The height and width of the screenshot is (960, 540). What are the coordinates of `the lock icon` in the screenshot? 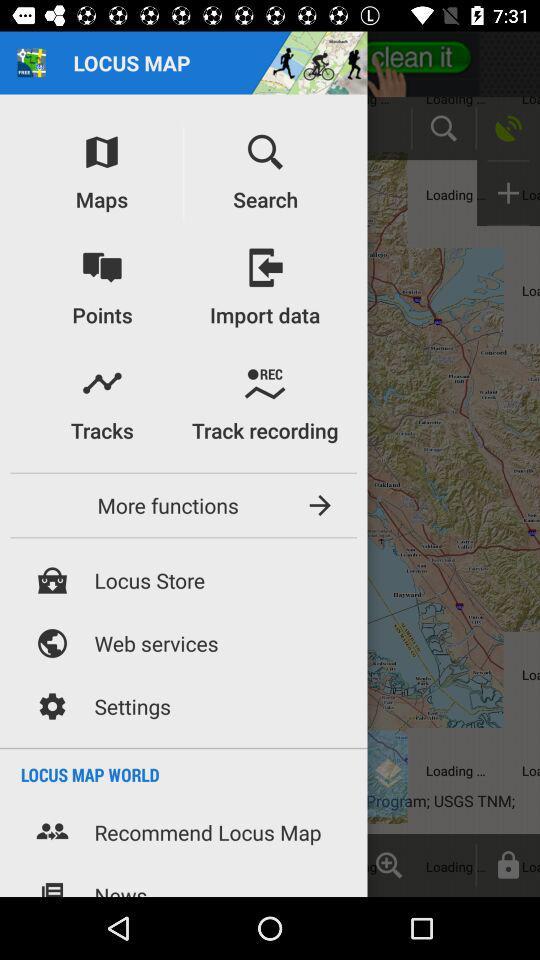 It's located at (508, 864).